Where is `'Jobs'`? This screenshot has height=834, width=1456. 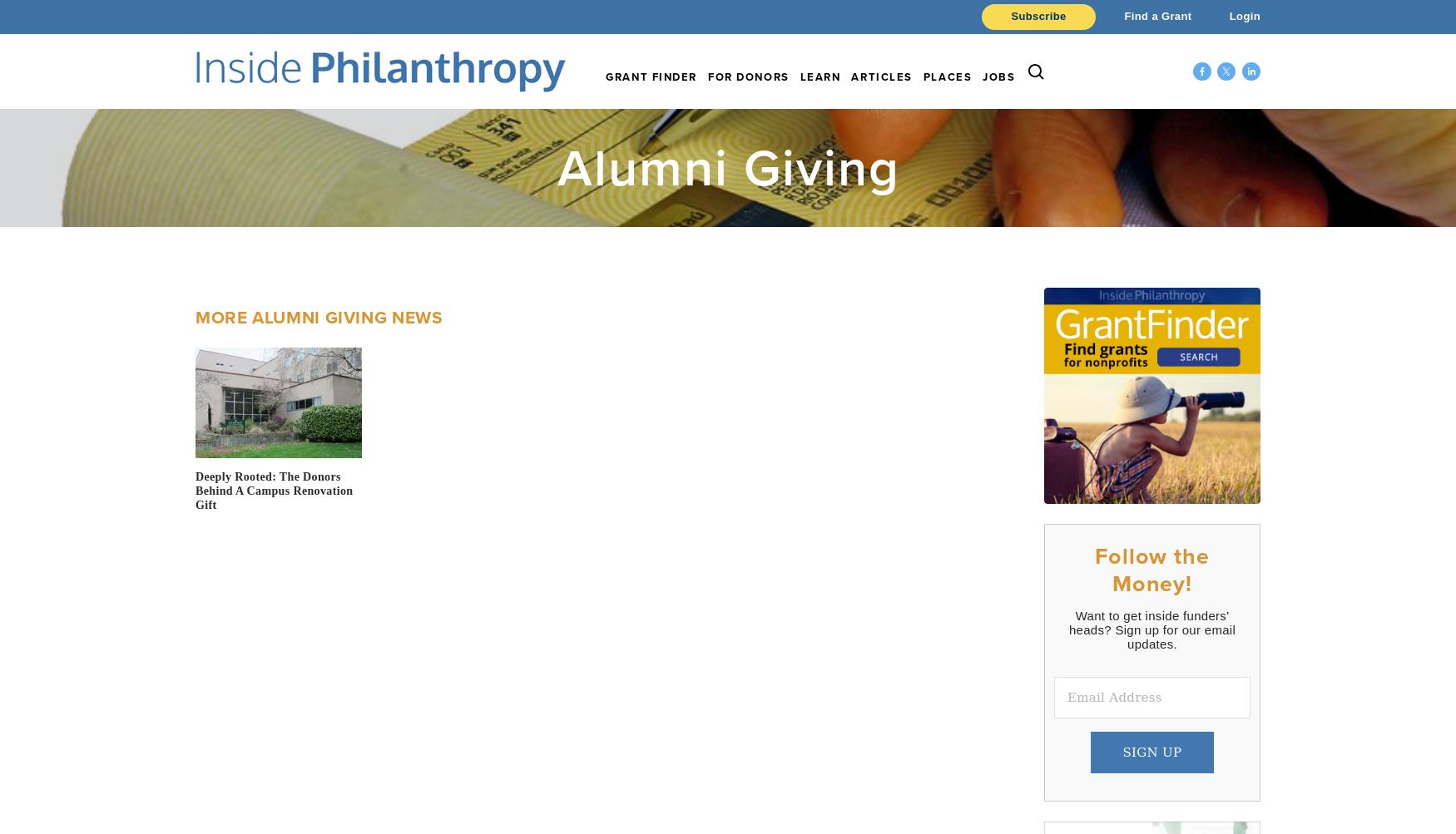 'Jobs' is located at coordinates (982, 76).